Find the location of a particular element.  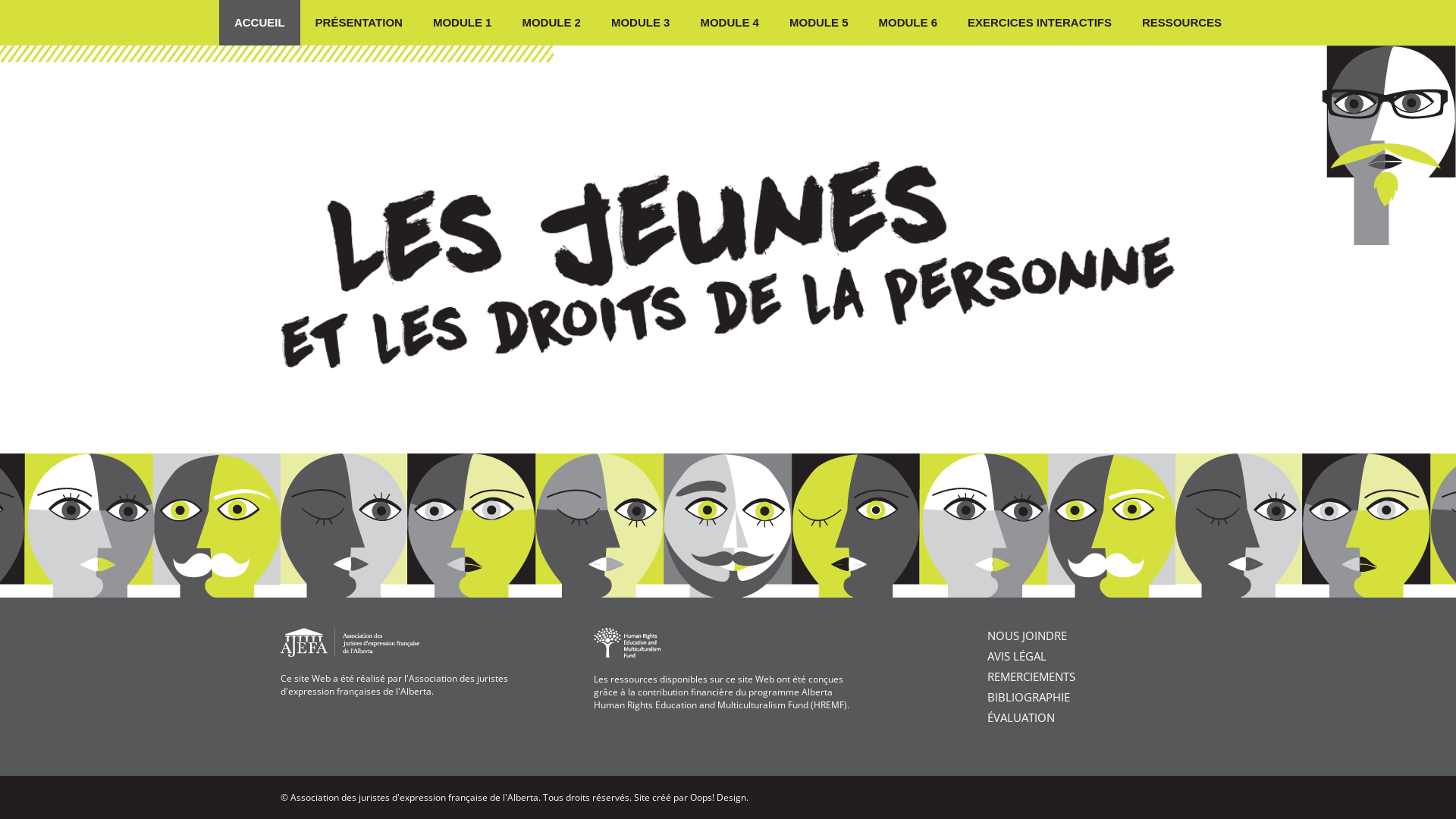

'NOUS JOINDRE' is located at coordinates (1027, 635).